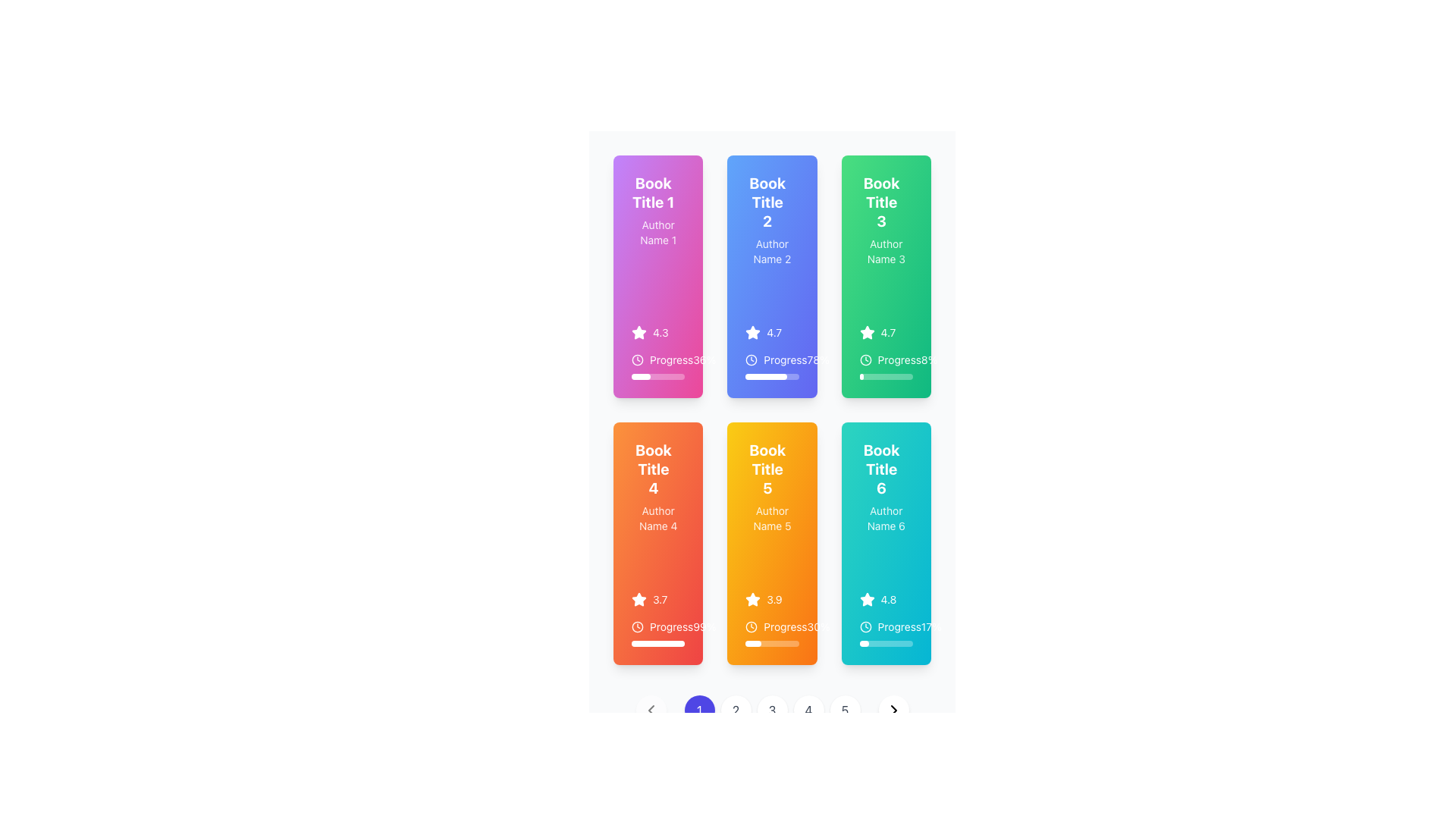 The image size is (1456, 819). I want to click on the rating value text '4.7' that represents the evaluation for 'Book Title 3', which is positioned to the right of the star icon in the third card of the grid layout, so click(774, 332).